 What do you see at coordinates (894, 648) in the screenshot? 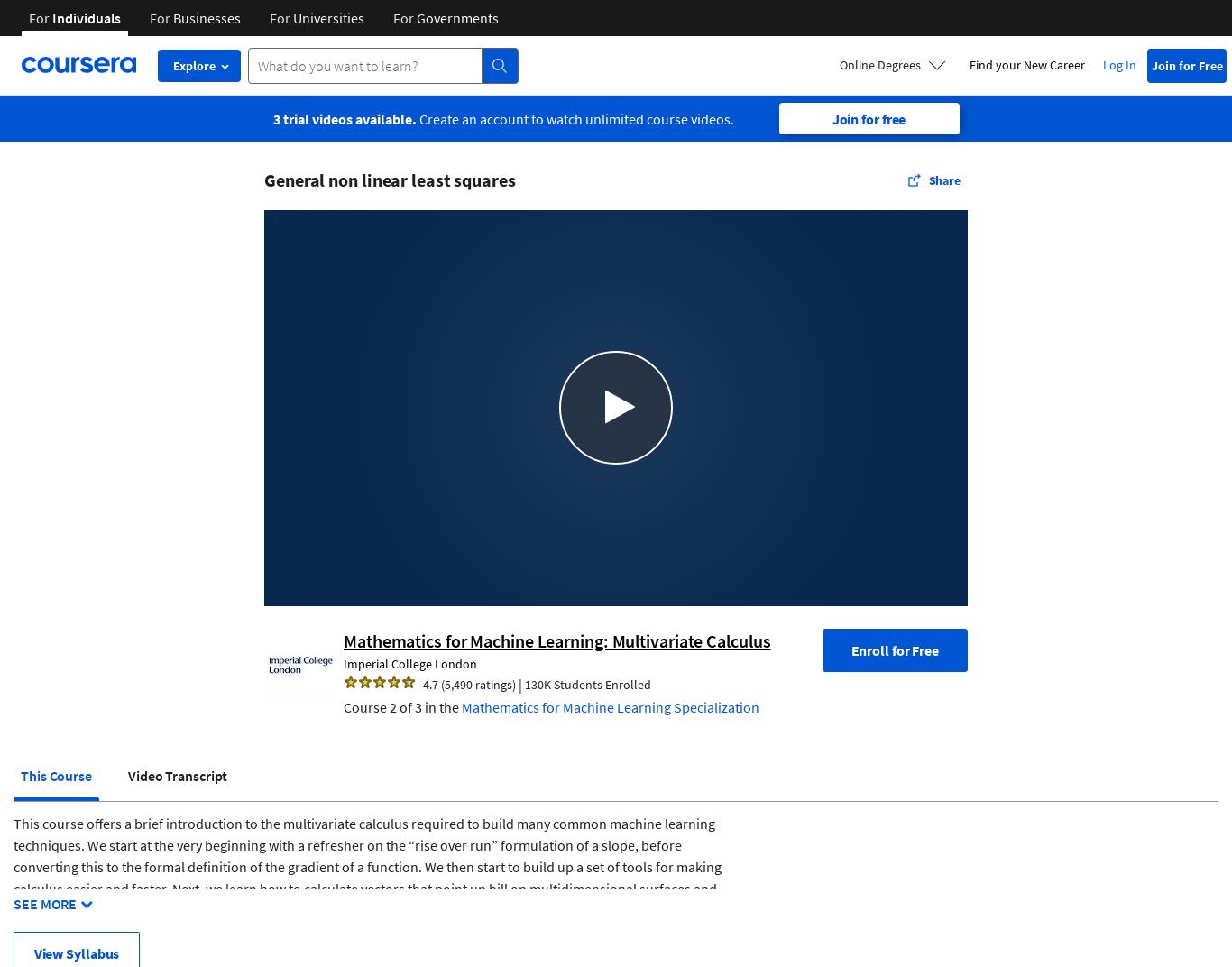
I see `'Enroll for Free'` at bounding box center [894, 648].